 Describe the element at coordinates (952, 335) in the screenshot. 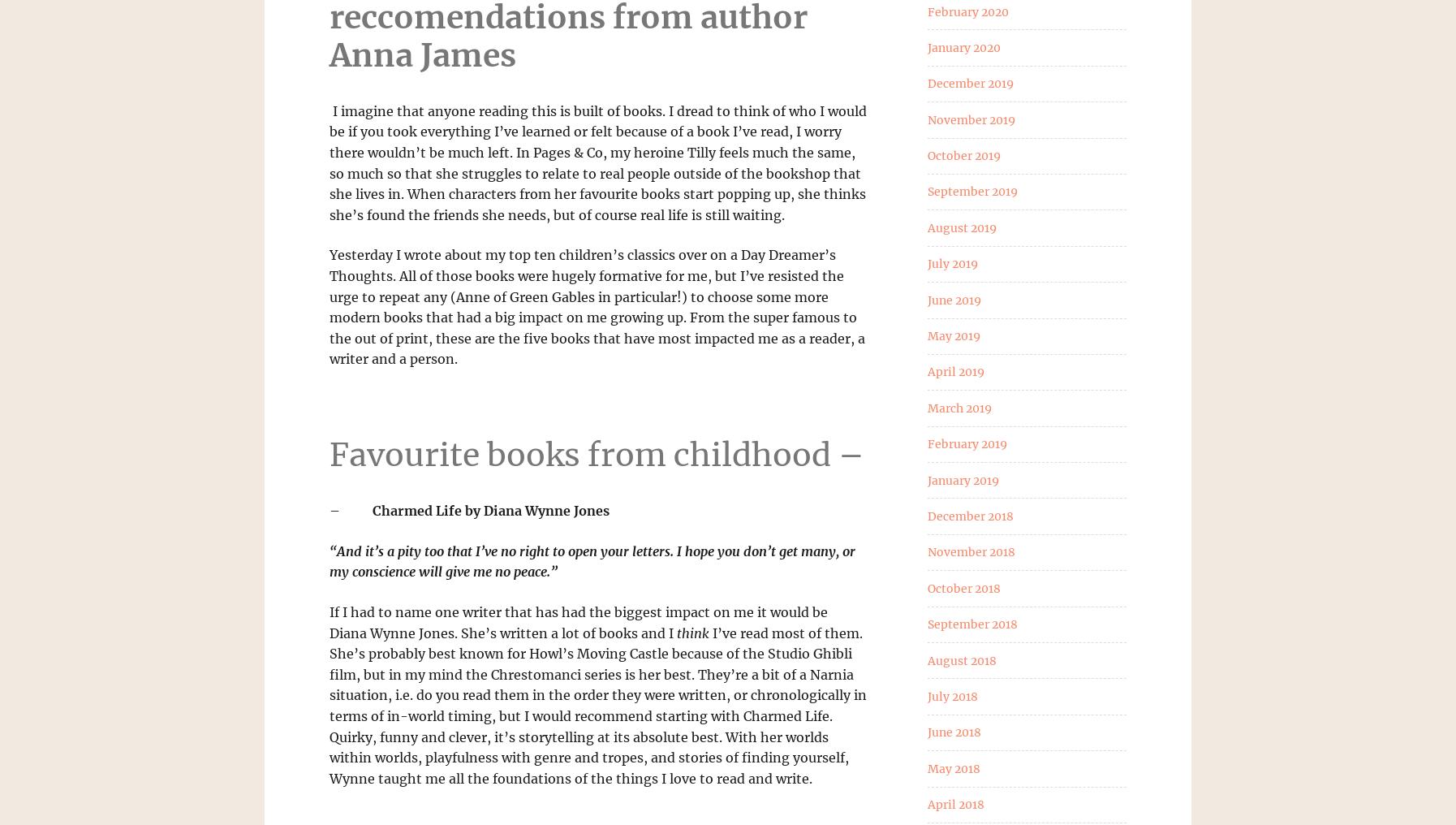

I see `'May 2019'` at that location.